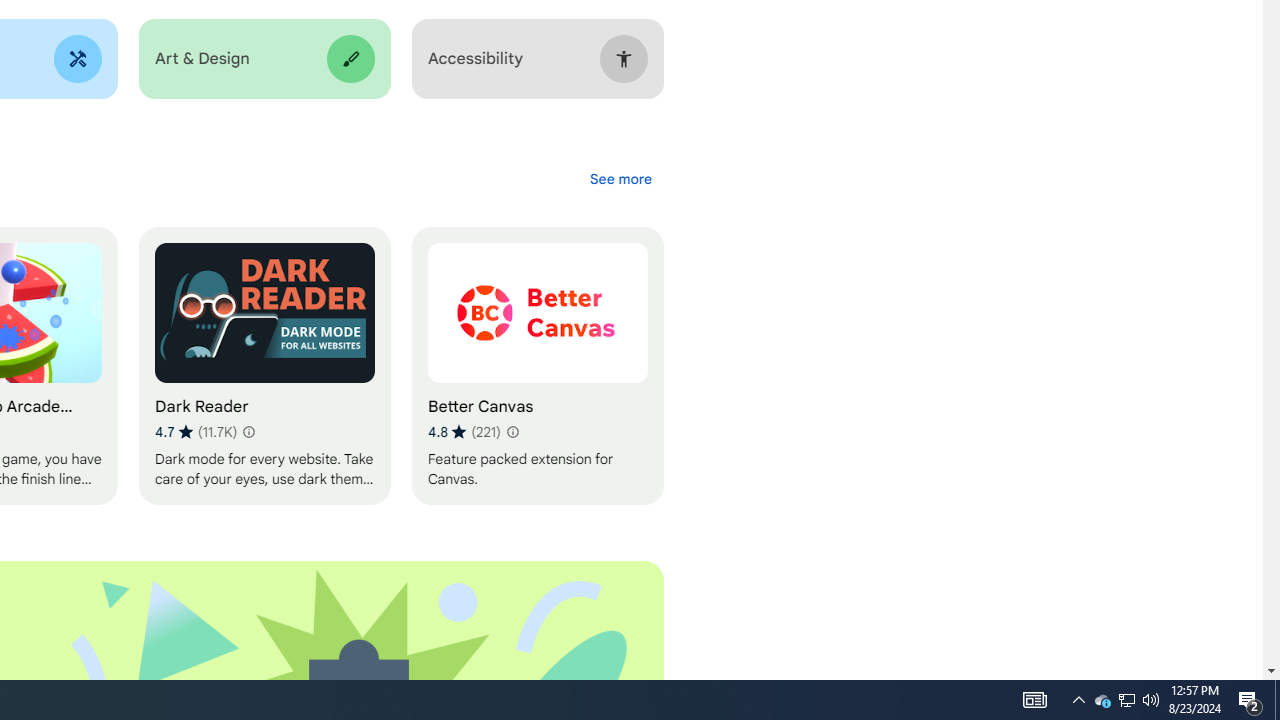  What do you see at coordinates (537, 366) in the screenshot?
I see `'Better Canvas'` at bounding box center [537, 366].